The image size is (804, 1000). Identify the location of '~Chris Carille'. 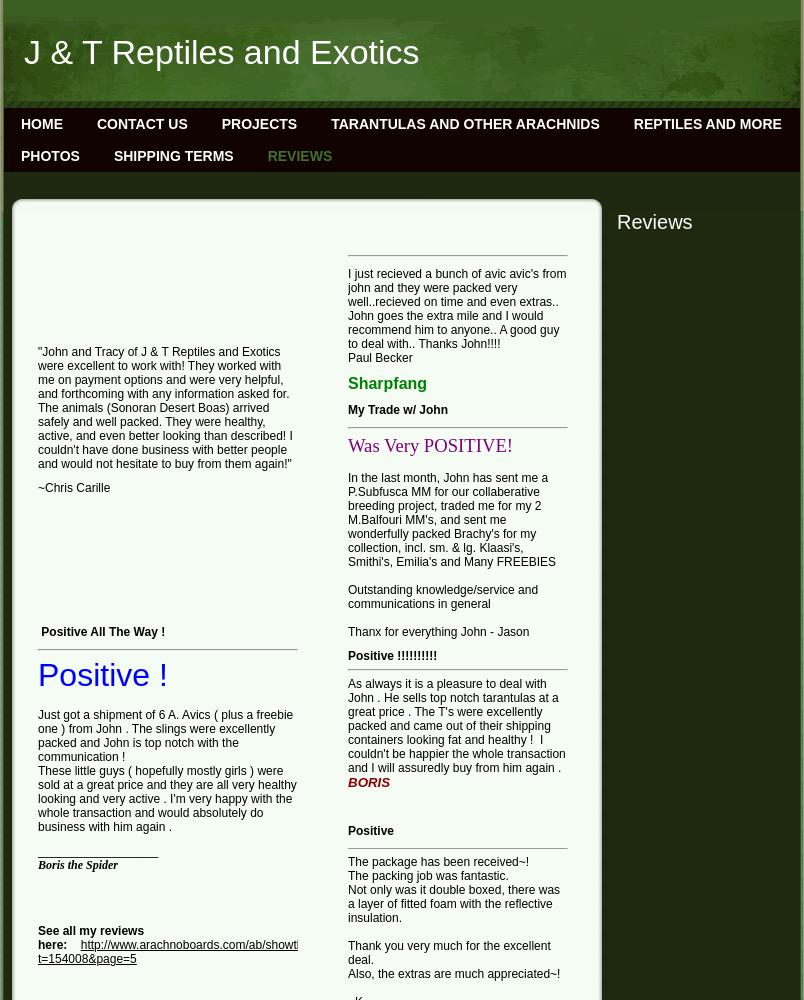
(72, 487).